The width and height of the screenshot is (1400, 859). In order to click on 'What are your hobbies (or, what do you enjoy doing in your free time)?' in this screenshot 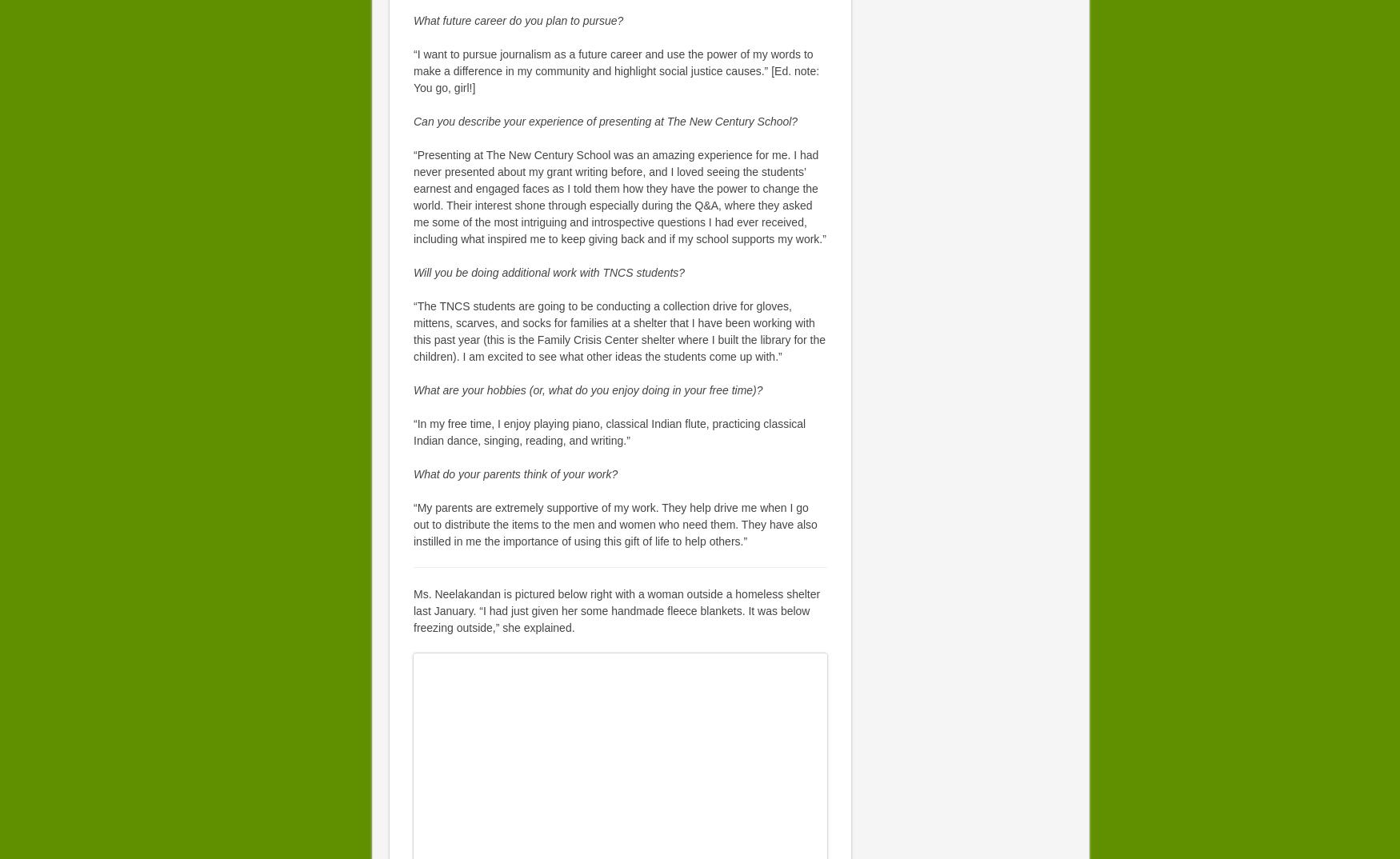, I will do `click(588, 390)`.